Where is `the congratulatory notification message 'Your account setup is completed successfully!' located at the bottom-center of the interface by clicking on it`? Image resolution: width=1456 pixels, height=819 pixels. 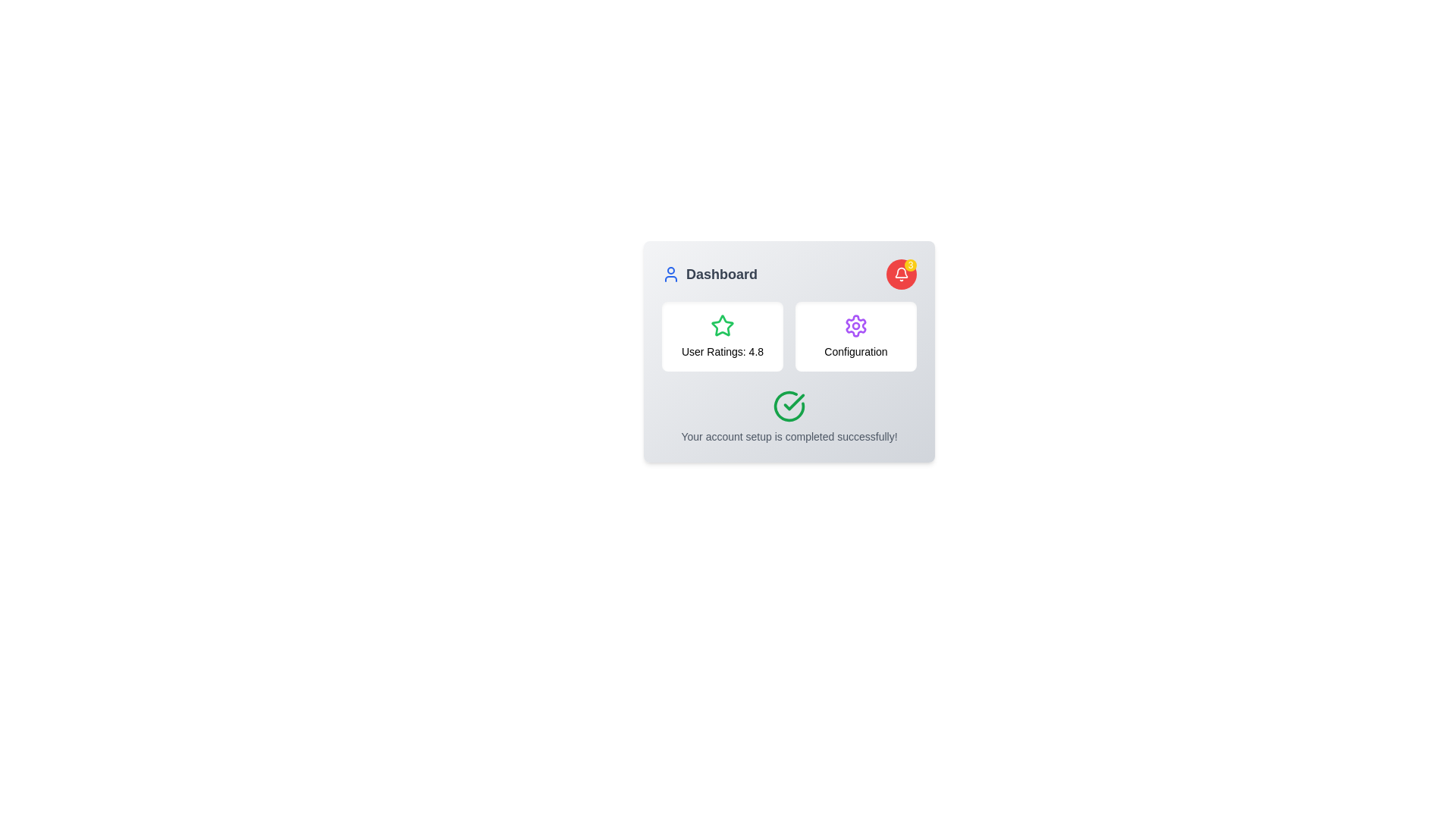
the congratulatory notification message 'Your account setup is completed successfully!' located at the bottom-center of the interface by clicking on it is located at coordinates (789, 417).